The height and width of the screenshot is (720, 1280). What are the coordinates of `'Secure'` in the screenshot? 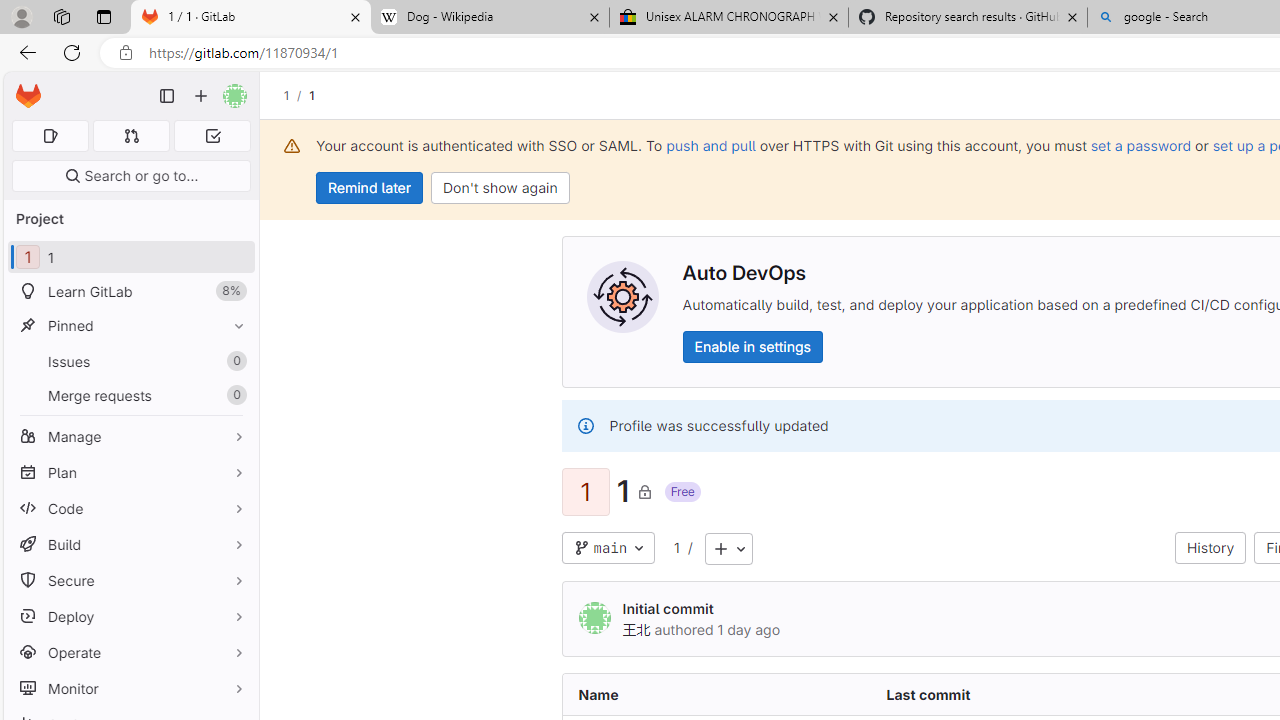 It's located at (130, 580).